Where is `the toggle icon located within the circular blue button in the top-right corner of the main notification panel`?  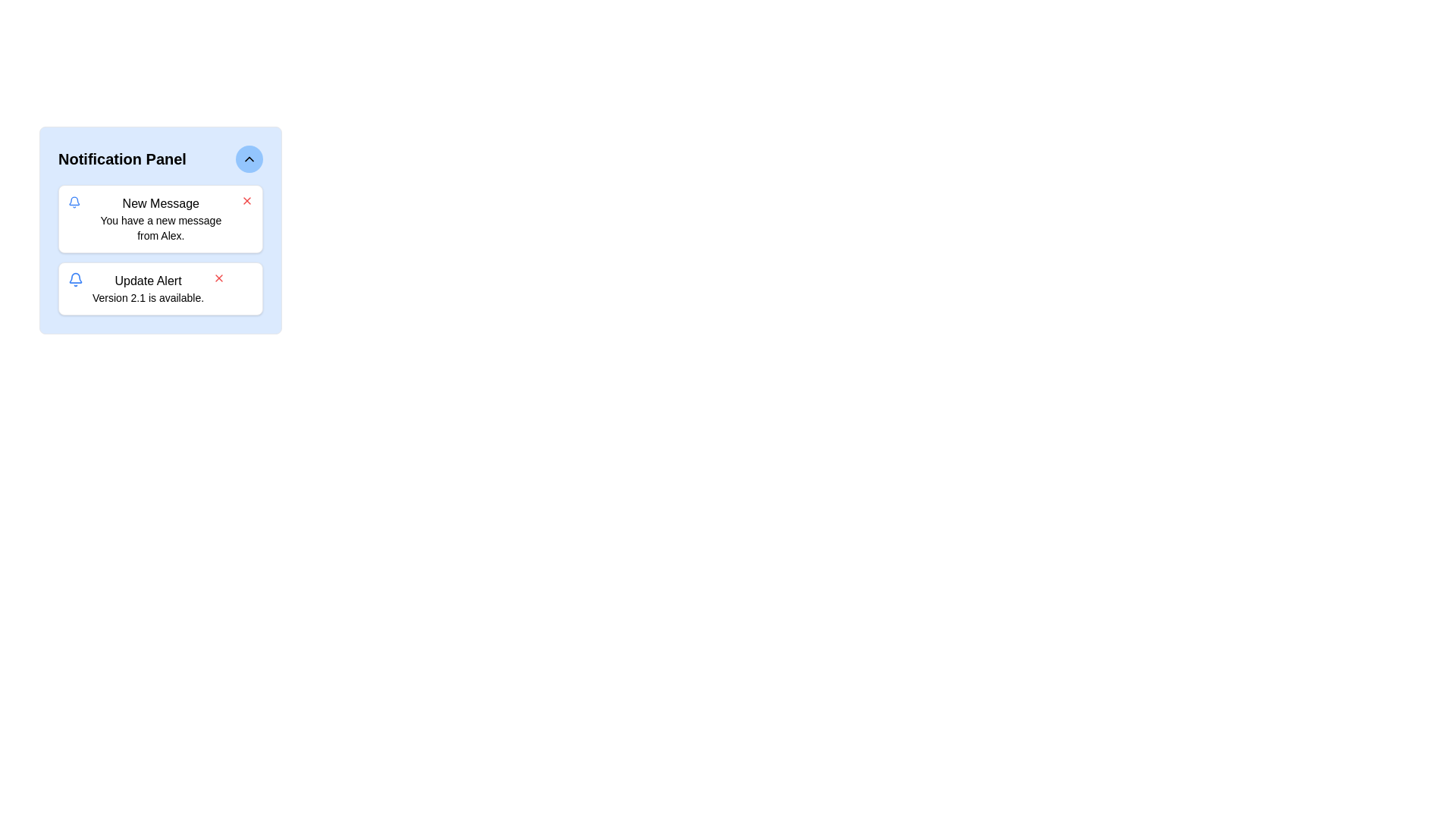
the toggle icon located within the circular blue button in the top-right corner of the main notification panel is located at coordinates (249, 158).